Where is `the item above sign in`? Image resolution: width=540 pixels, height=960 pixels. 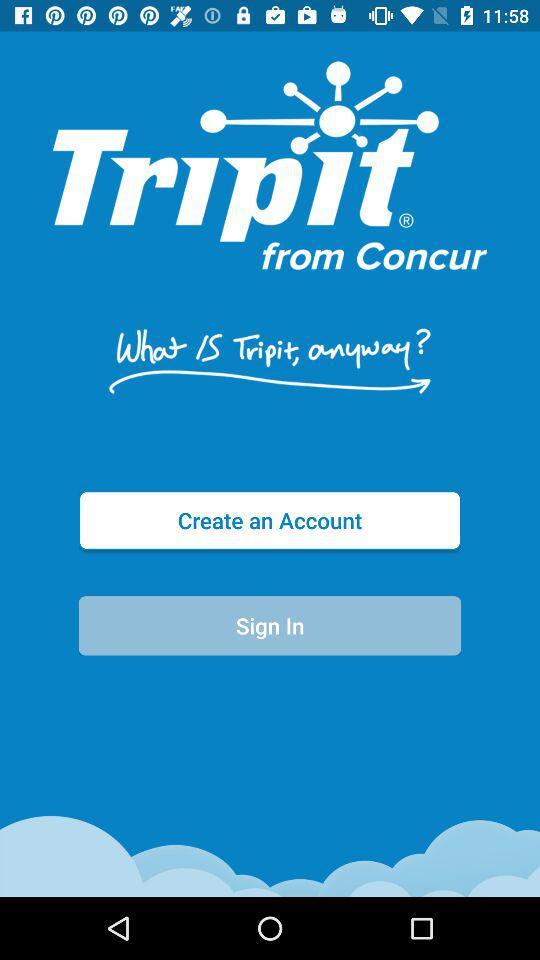
the item above sign in is located at coordinates (270, 519).